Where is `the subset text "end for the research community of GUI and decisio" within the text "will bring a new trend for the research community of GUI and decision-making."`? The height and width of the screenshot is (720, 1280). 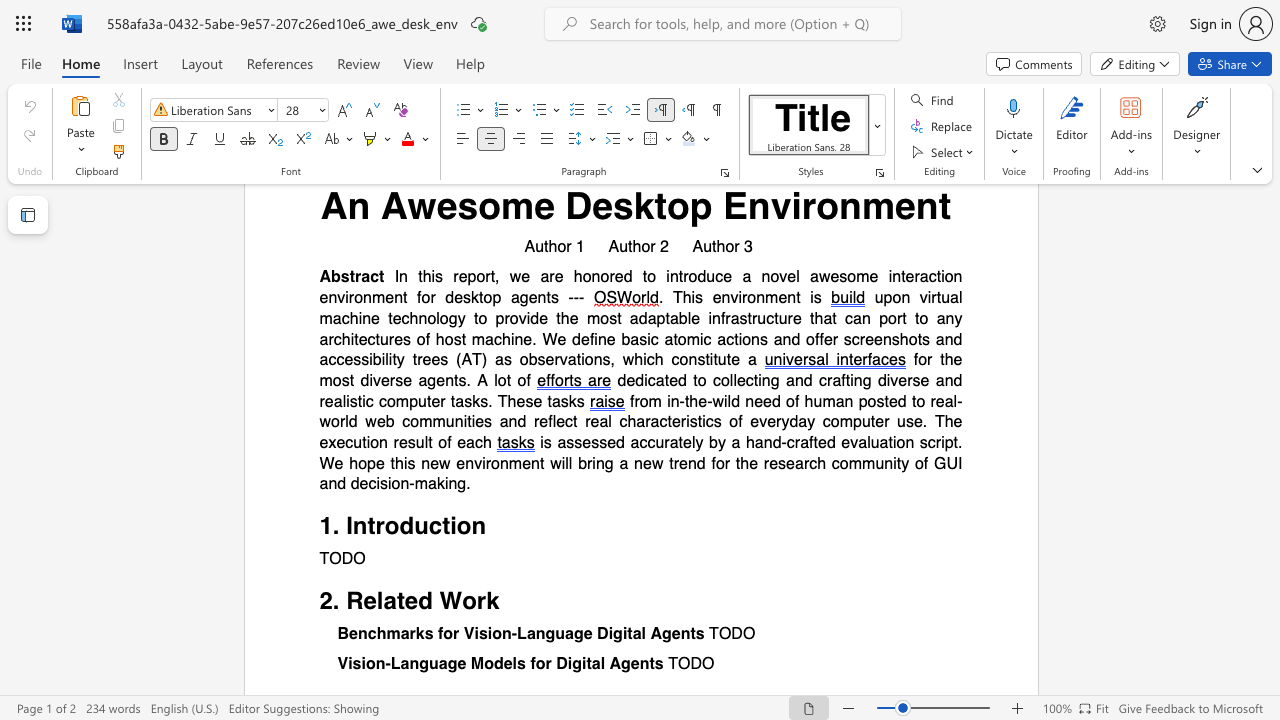
the subset text "end for the research community of GUI and decisio" within the text "will bring a new trend for the research community of GUI and decision-making." is located at coordinates (679, 463).